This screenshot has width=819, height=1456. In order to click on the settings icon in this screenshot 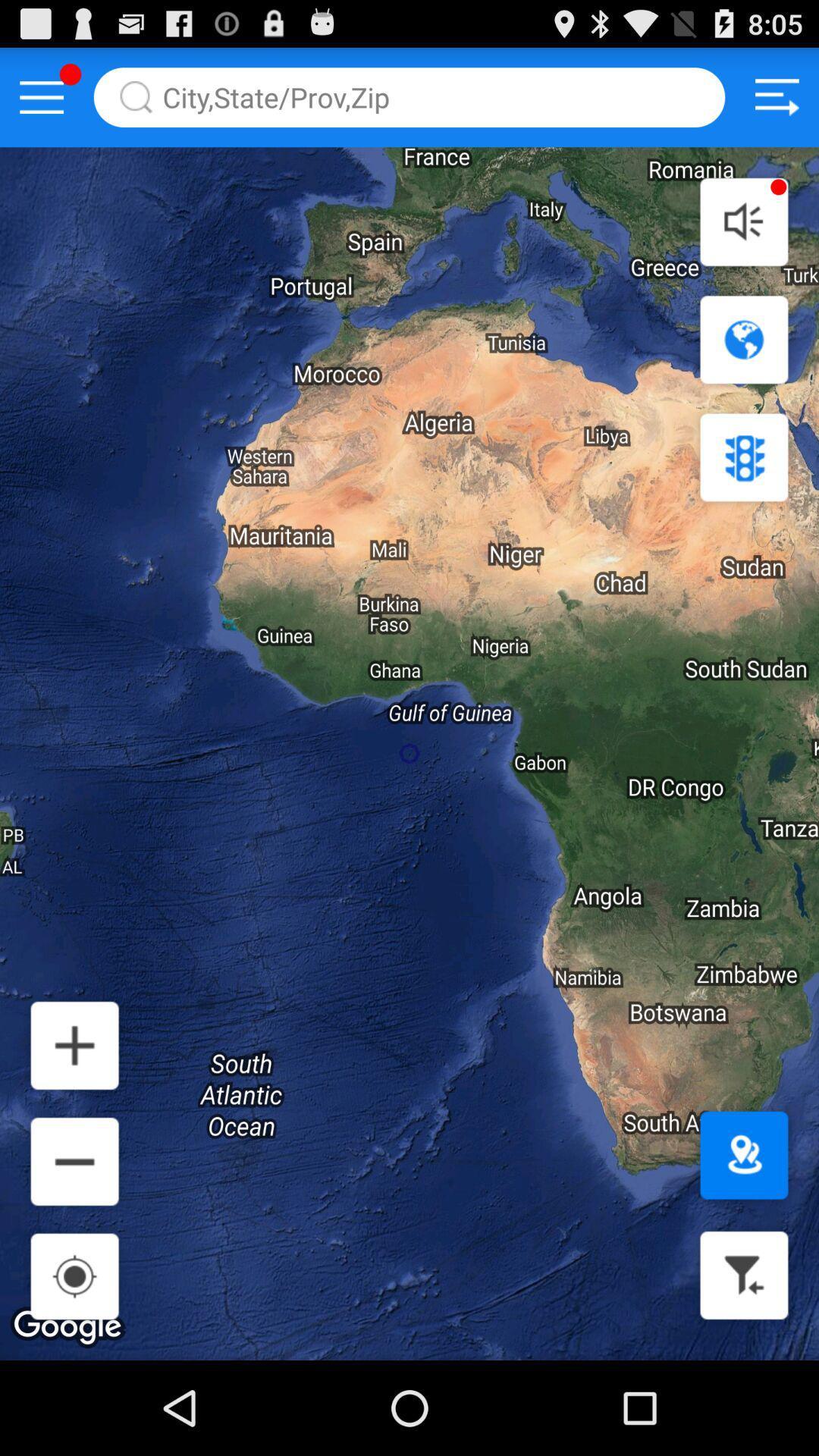, I will do `click(743, 489)`.